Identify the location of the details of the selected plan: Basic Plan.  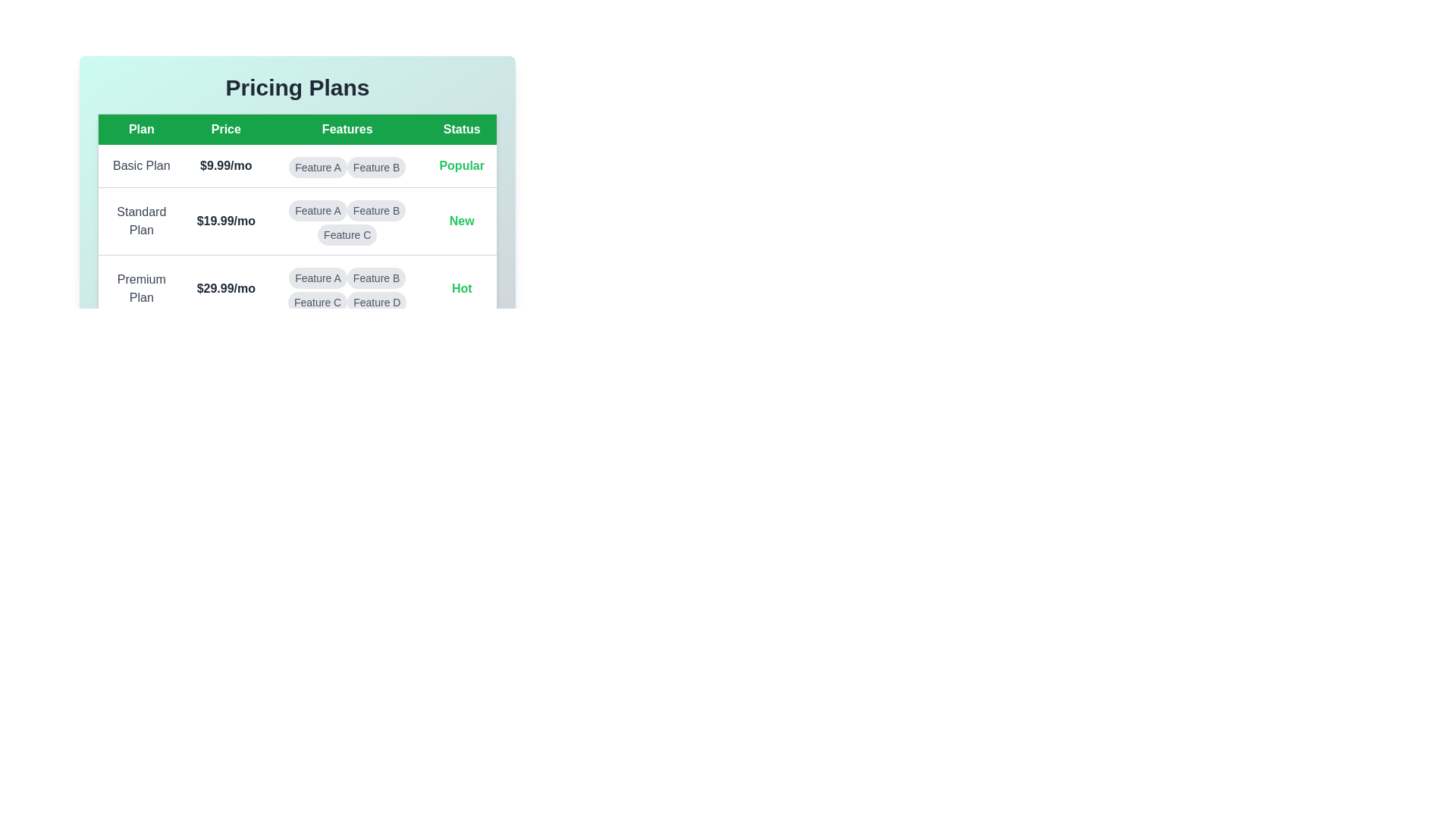
(141, 166).